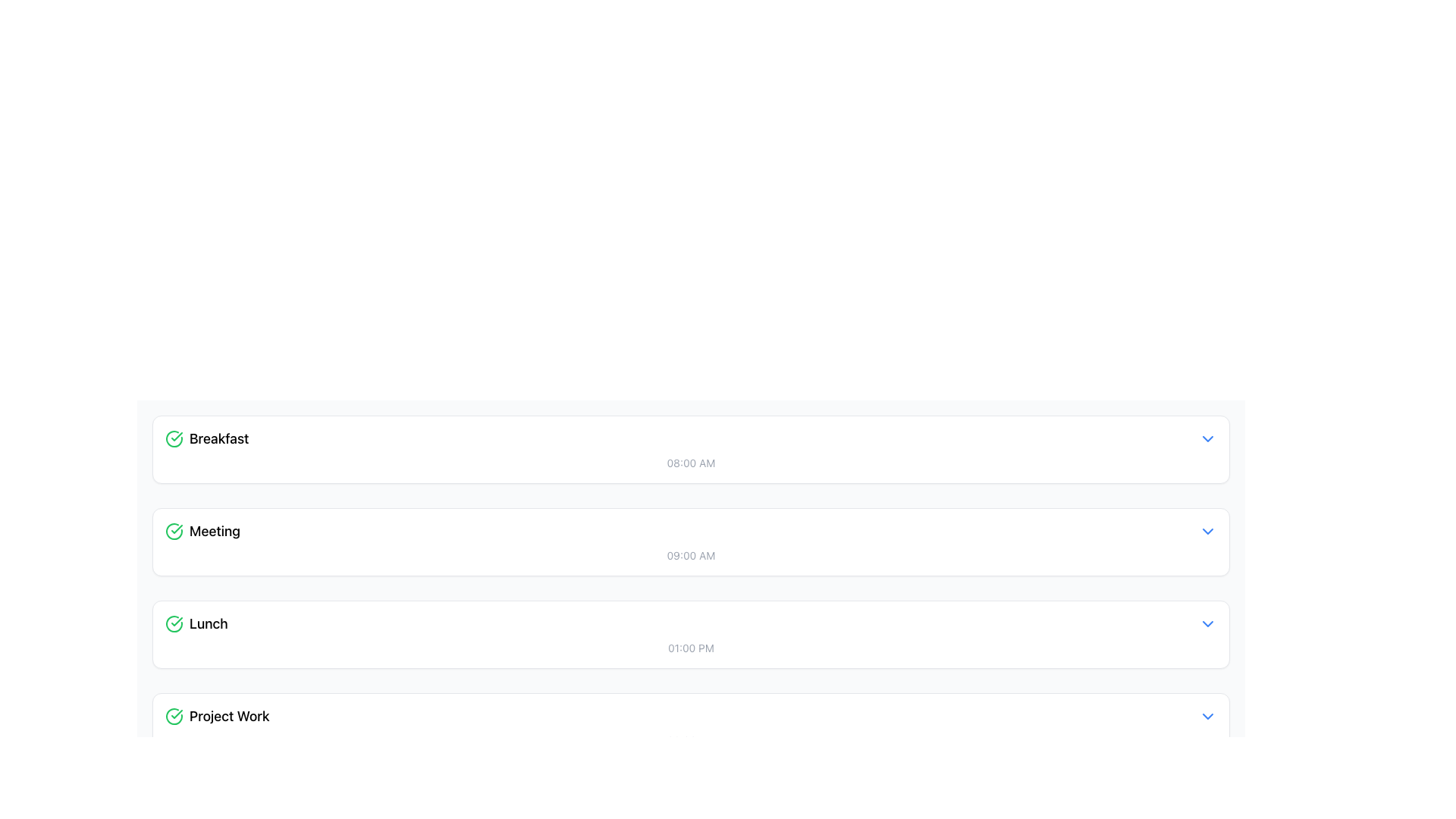 This screenshot has height=819, width=1456. Describe the element at coordinates (174, 531) in the screenshot. I see `the completed task icon for the 'Meeting' entry in the list, which is positioned to the left of the text 'Meeting'` at that location.